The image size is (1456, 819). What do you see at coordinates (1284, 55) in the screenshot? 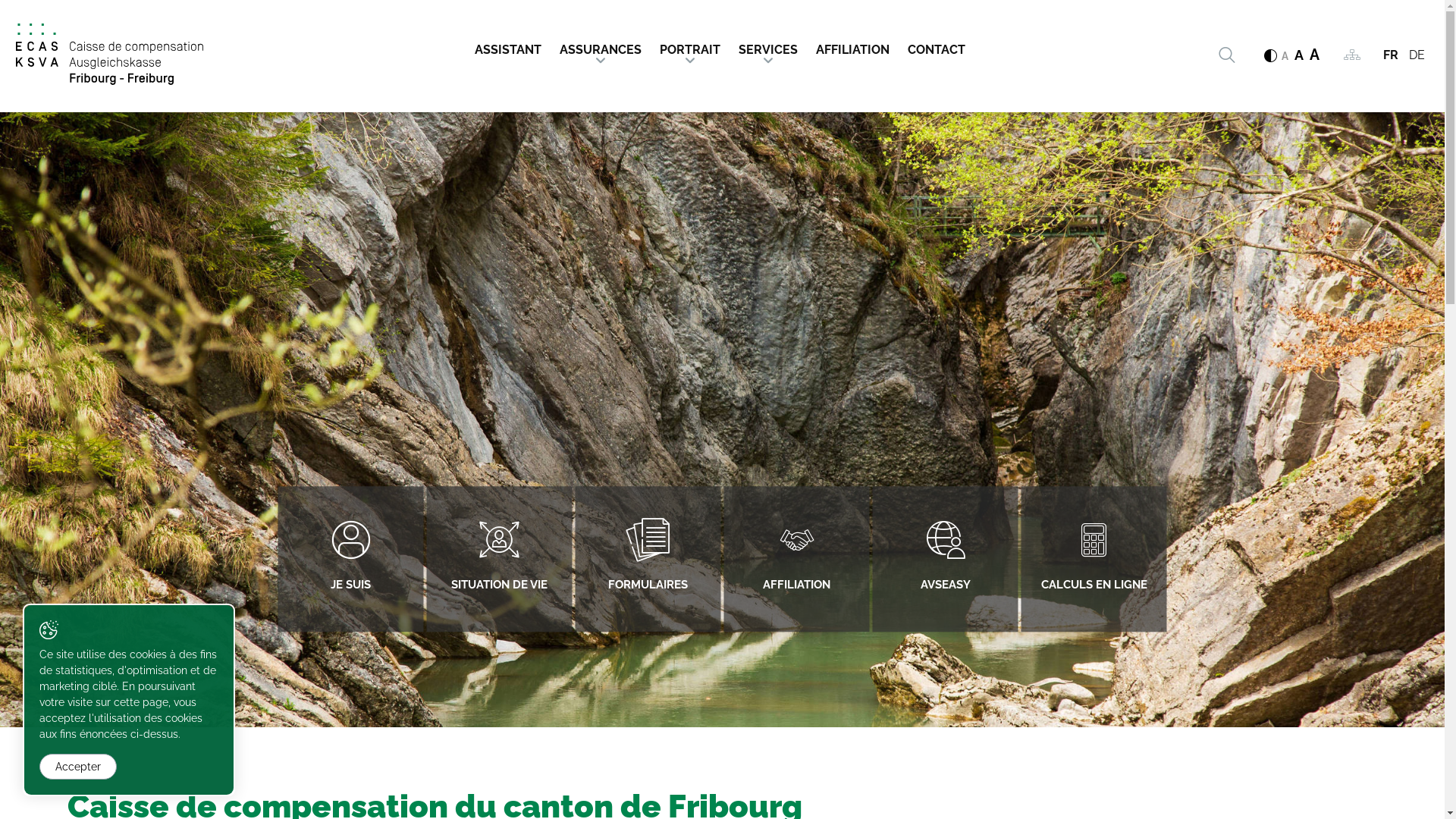
I see `'A'` at bounding box center [1284, 55].